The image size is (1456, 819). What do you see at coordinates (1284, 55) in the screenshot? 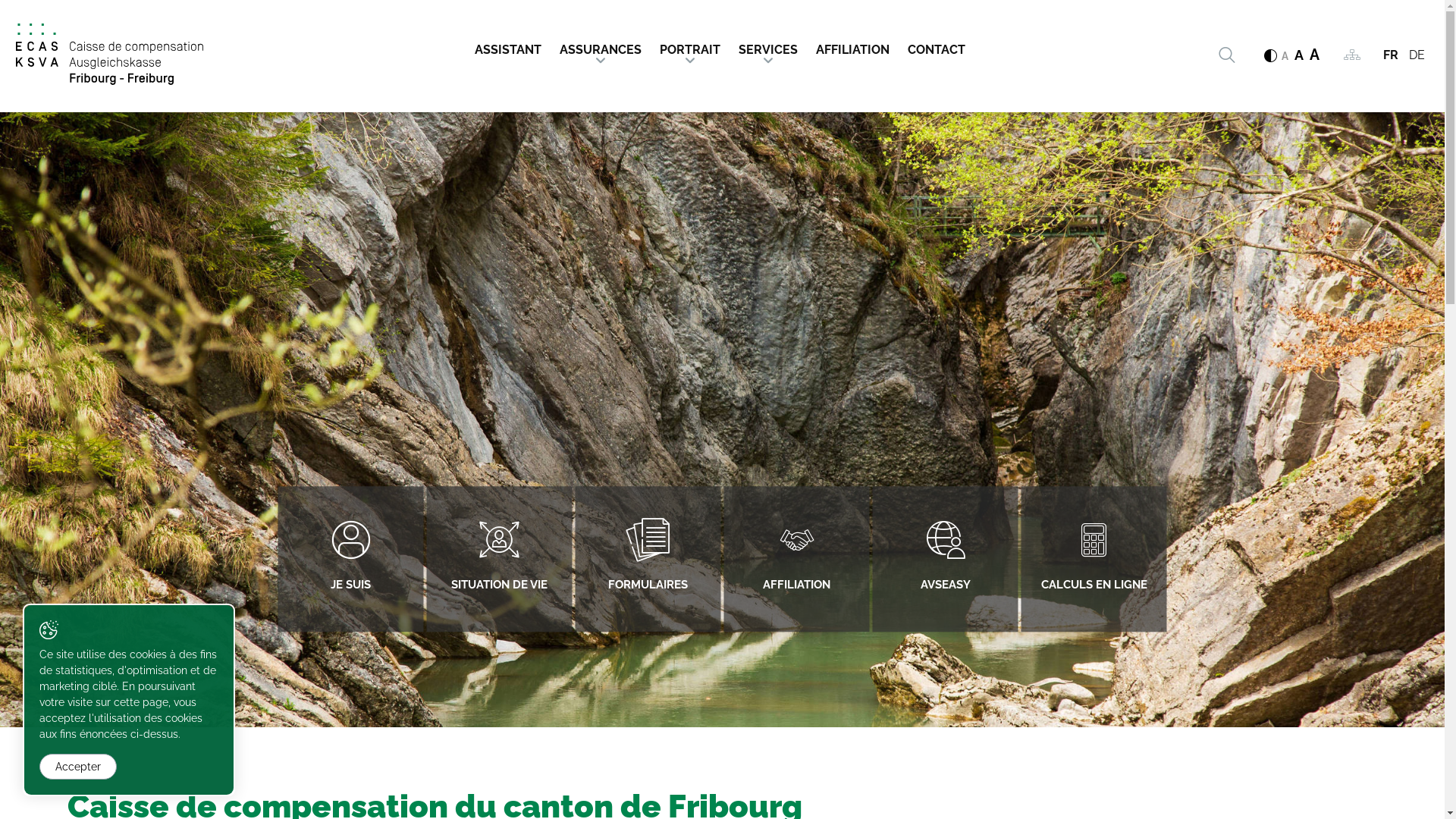
I see `'A'` at bounding box center [1284, 55].